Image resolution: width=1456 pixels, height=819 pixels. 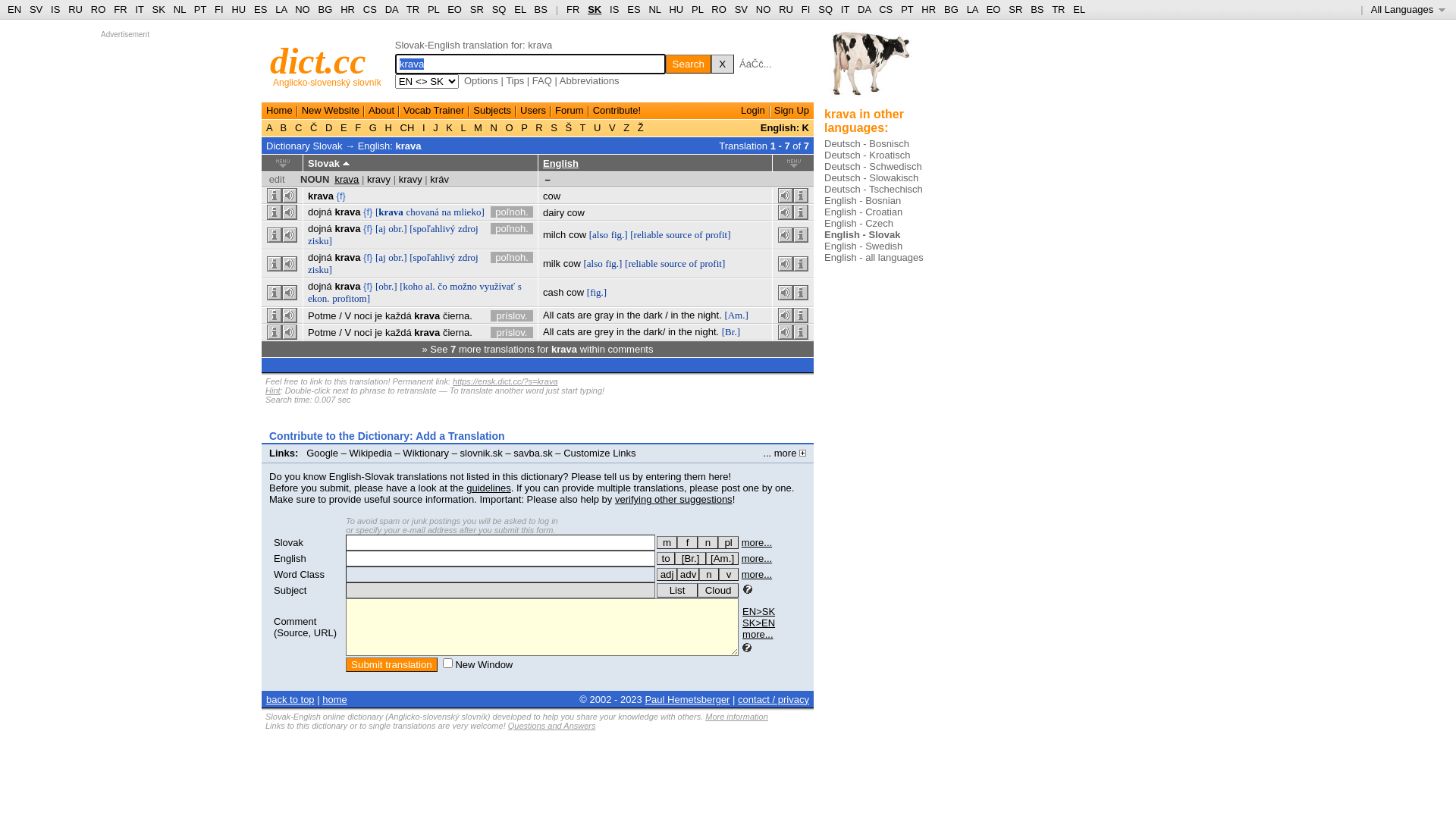 What do you see at coordinates (710, 63) in the screenshot?
I see `'X'` at bounding box center [710, 63].